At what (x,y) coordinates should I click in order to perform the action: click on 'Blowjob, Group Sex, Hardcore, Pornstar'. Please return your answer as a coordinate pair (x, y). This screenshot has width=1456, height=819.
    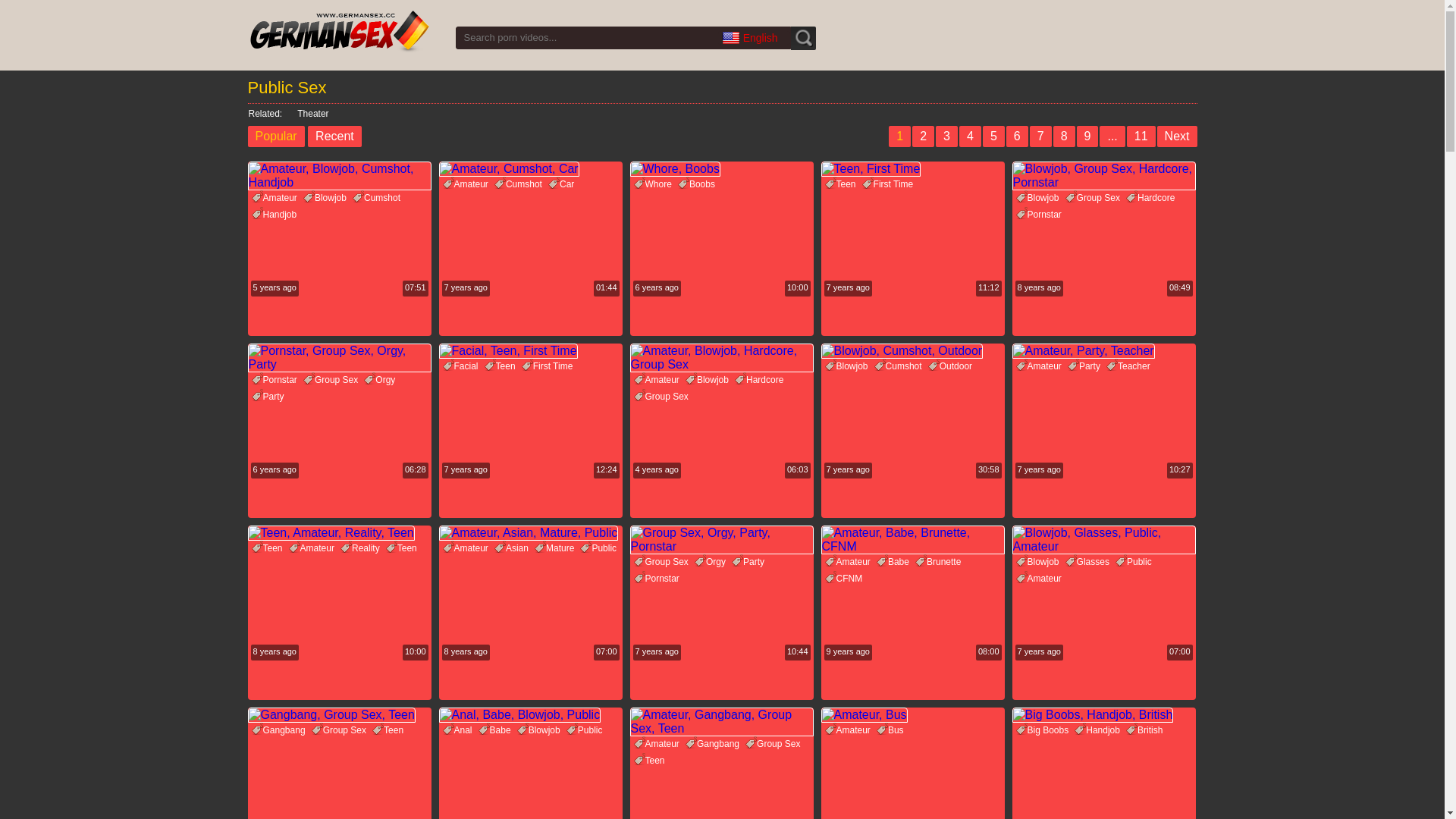
    Looking at the image, I should click on (1103, 174).